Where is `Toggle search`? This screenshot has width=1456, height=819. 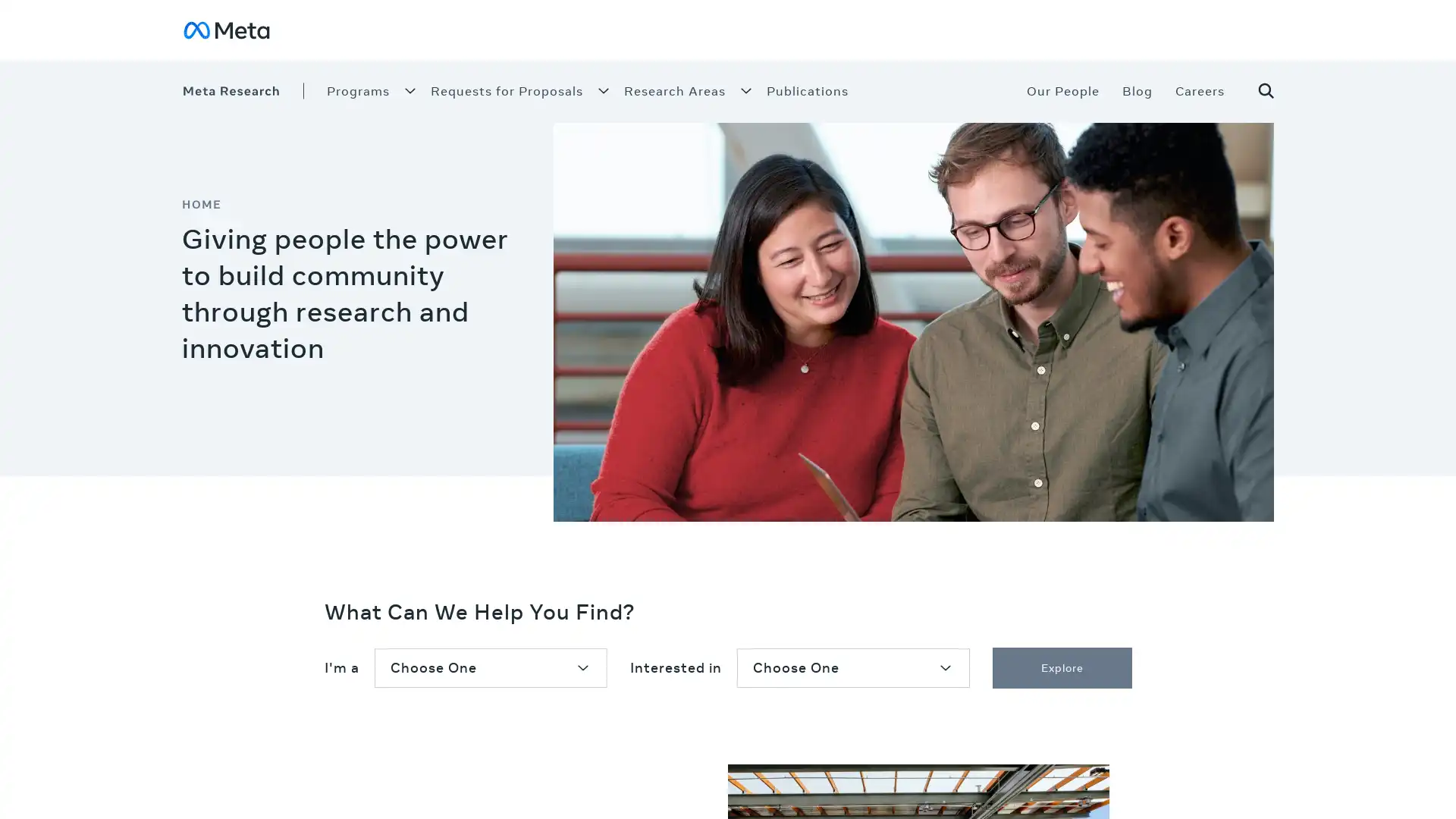
Toggle search is located at coordinates (1255, 90).